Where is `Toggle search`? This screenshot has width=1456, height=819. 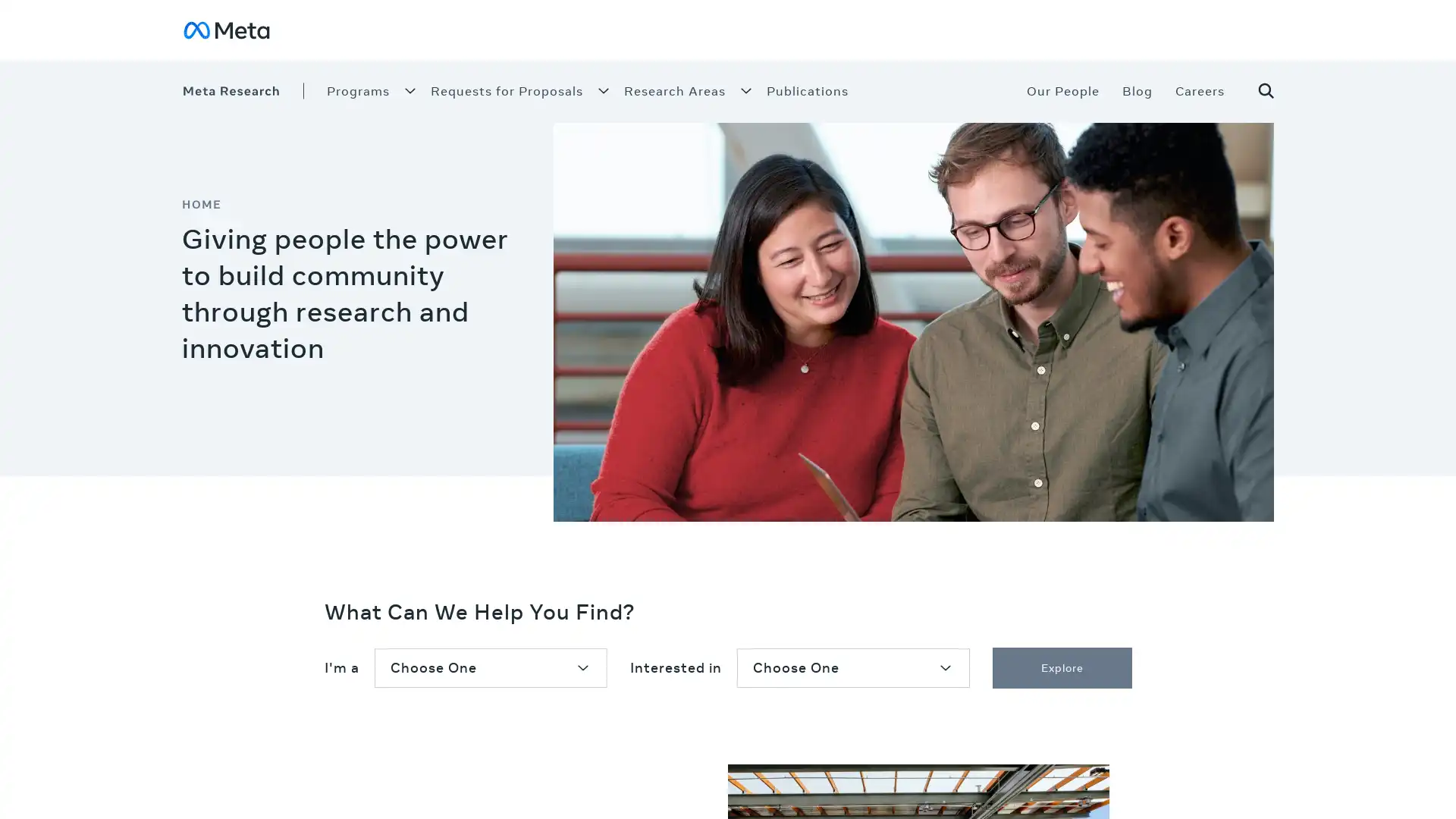
Toggle search is located at coordinates (1255, 90).